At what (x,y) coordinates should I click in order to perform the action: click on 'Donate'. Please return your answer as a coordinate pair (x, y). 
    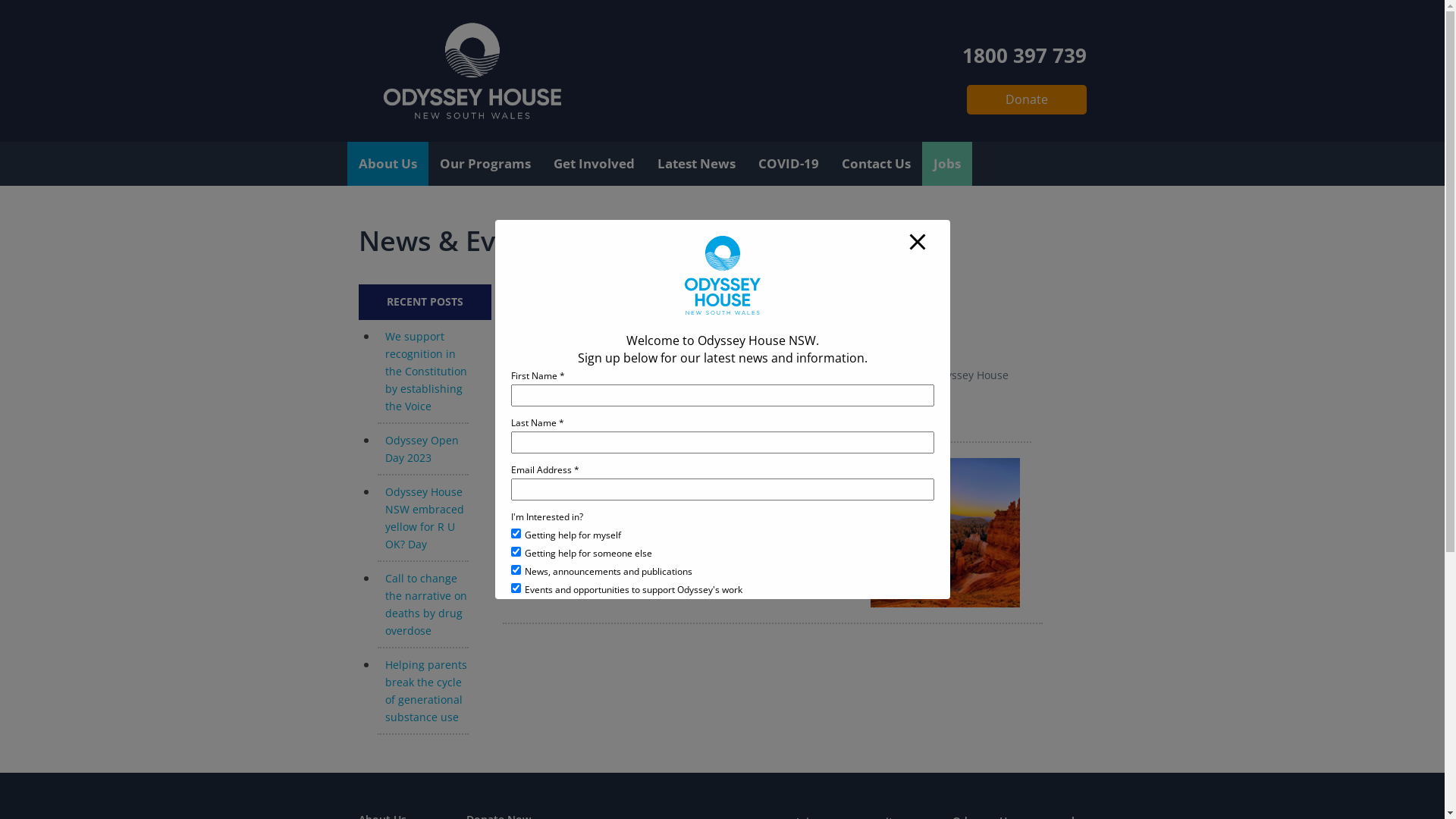
    Looking at the image, I should click on (1026, 99).